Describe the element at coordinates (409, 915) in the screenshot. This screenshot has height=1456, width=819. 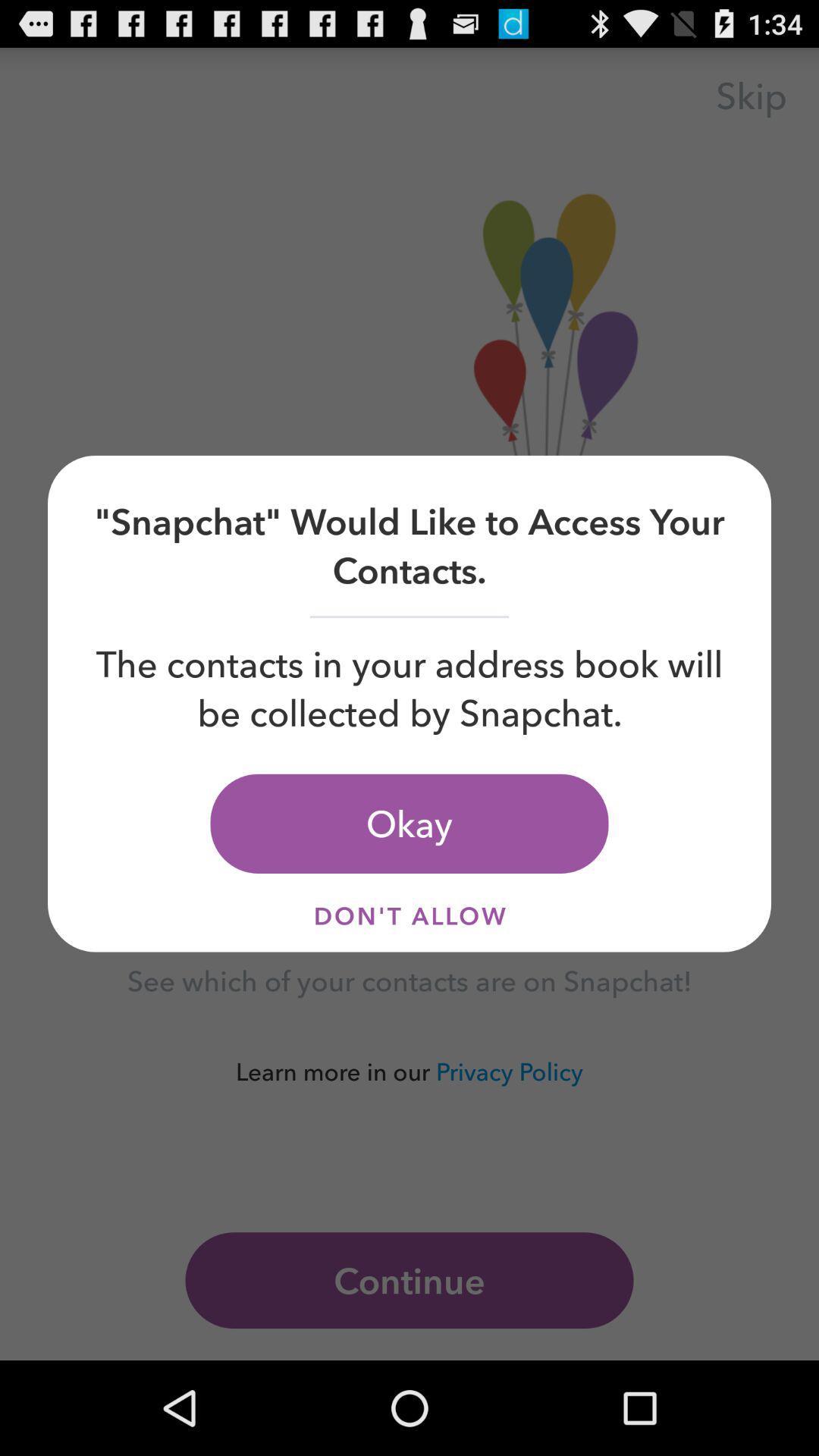
I see `don't allow` at that location.